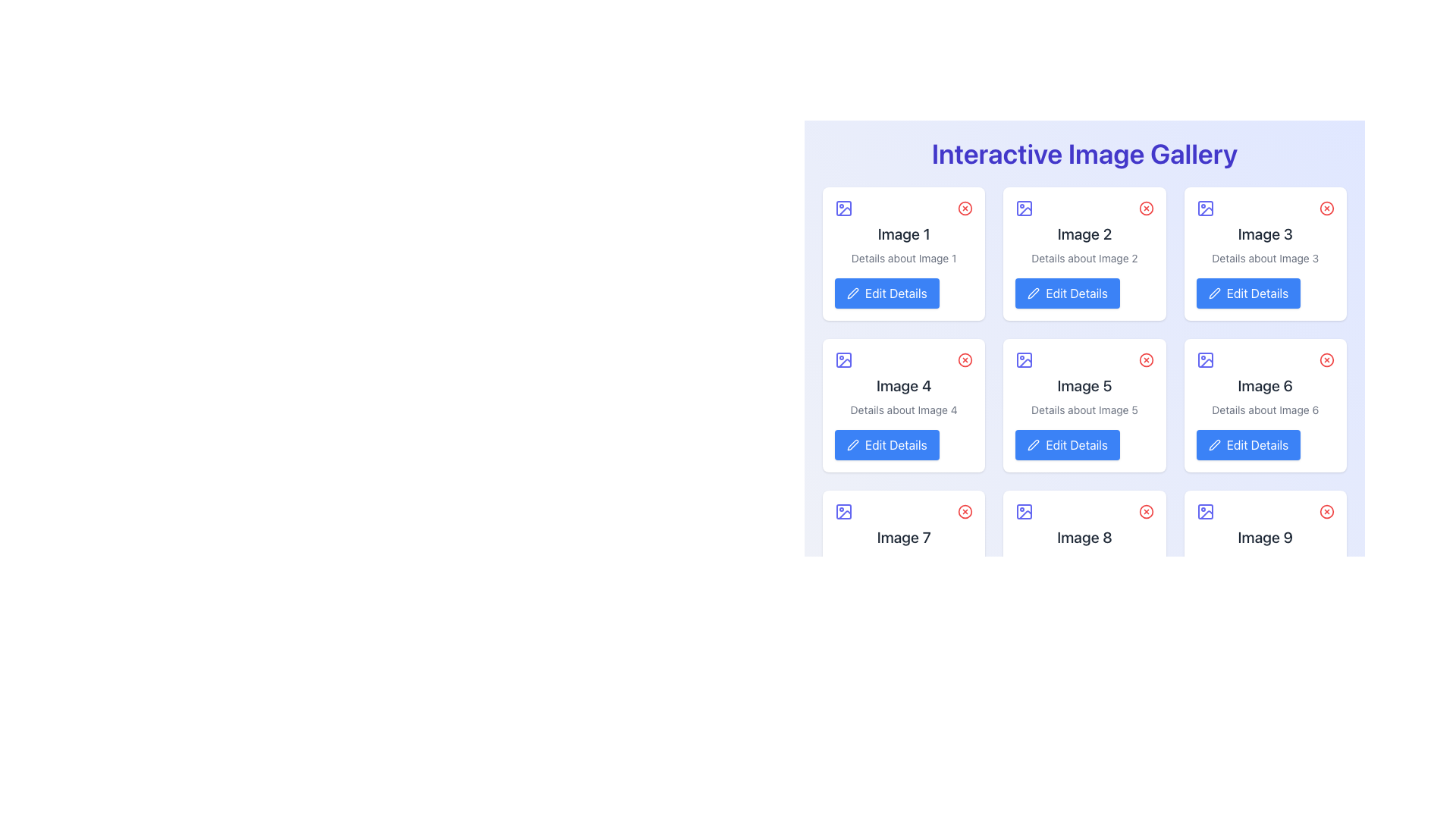  I want to click on the pen icon within the 'Edit Details' button located under 'Image 4', so click(852, 444).